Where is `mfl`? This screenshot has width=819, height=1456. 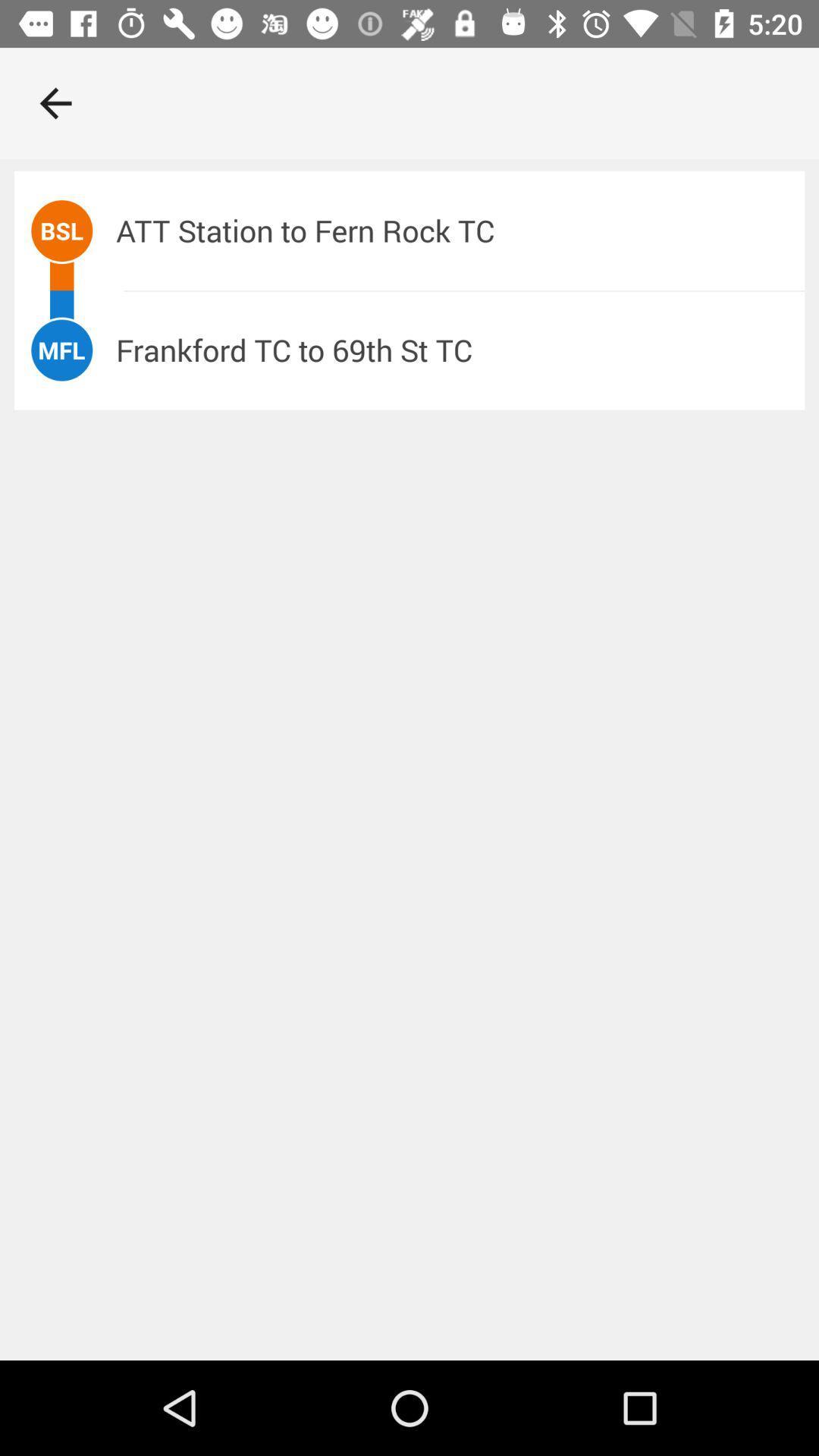 mfl is located at coordinates (61, 349).